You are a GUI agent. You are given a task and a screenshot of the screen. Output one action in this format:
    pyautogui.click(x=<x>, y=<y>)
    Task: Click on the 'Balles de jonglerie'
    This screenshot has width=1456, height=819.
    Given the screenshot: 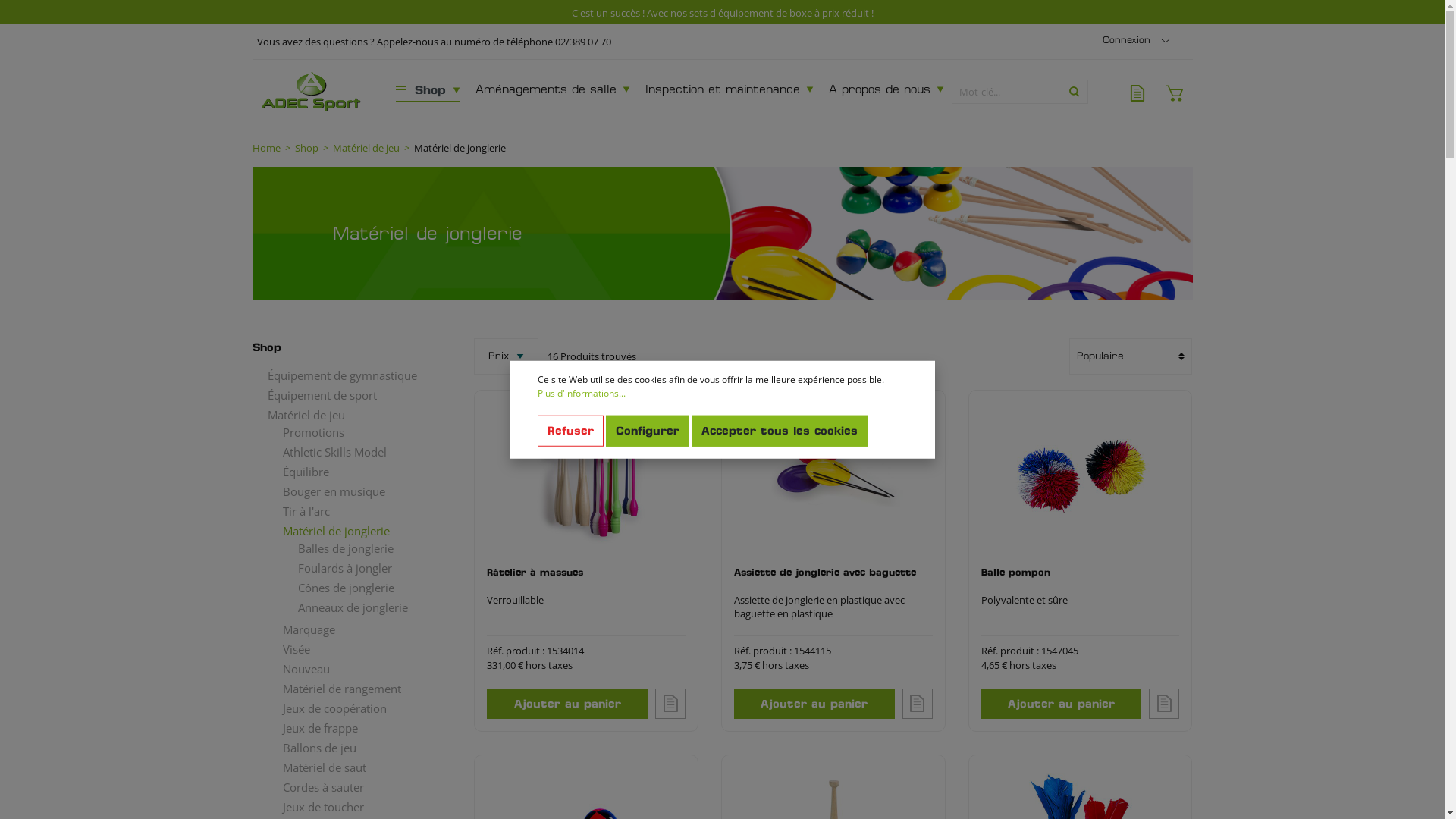 What is the action you would take?
    pyautogui.click(x=362, y=547)
    